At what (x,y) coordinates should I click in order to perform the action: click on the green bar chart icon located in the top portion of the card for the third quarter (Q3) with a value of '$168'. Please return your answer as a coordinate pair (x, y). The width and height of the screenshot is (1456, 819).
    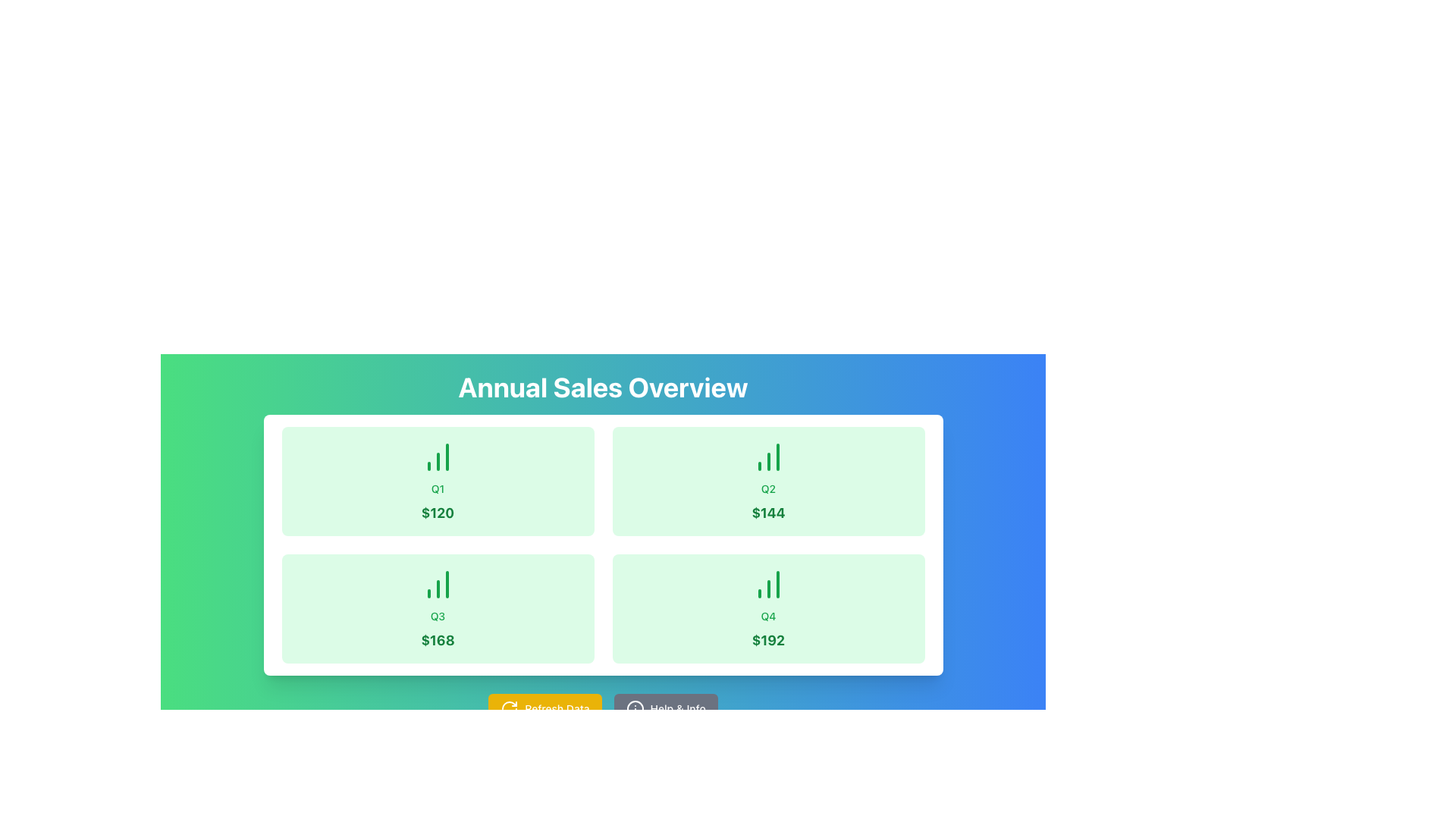
    Looking at the image, I should click on (437, 584).